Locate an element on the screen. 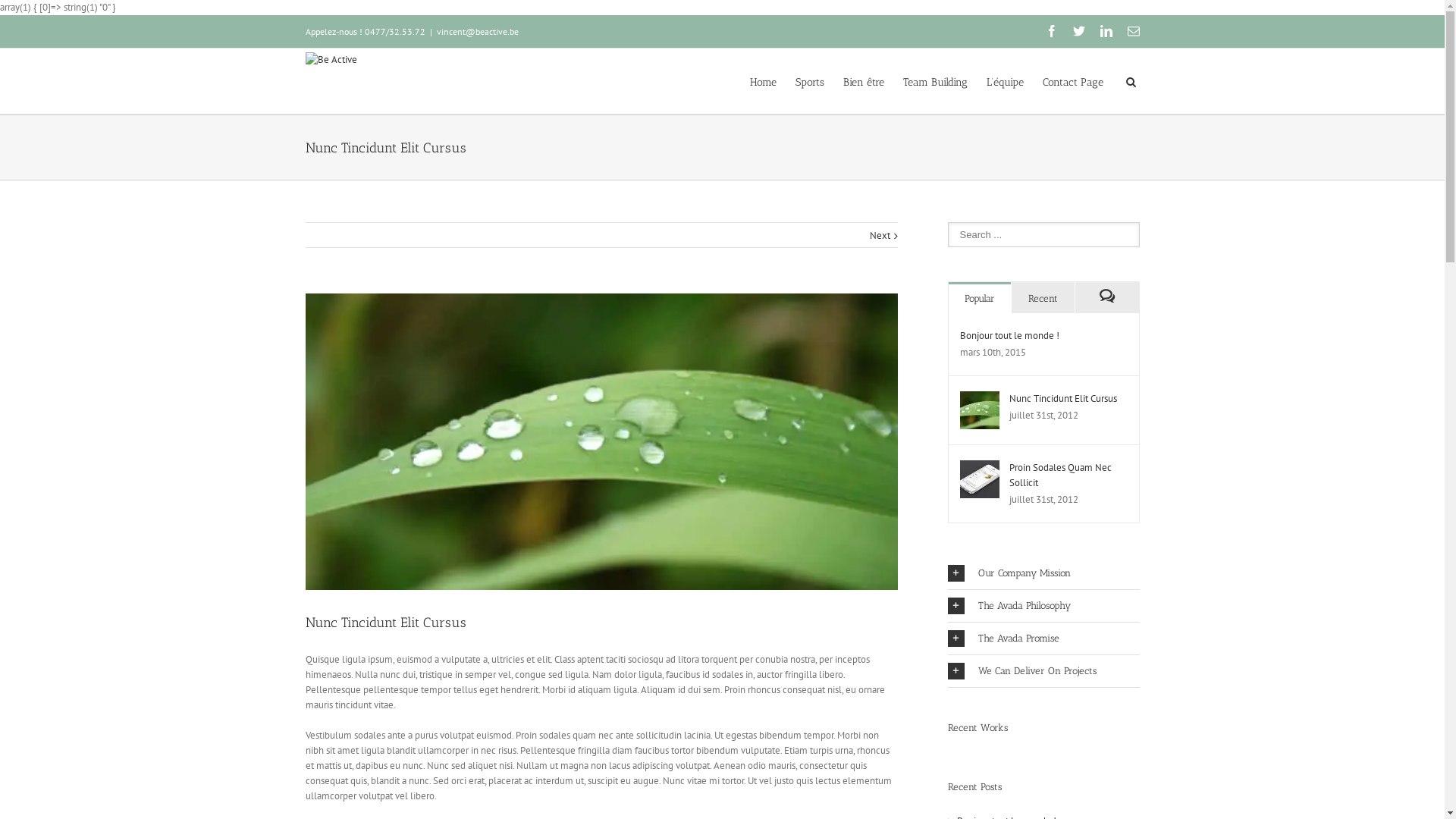  'Facebook' is located at coordinates (1050, 31).